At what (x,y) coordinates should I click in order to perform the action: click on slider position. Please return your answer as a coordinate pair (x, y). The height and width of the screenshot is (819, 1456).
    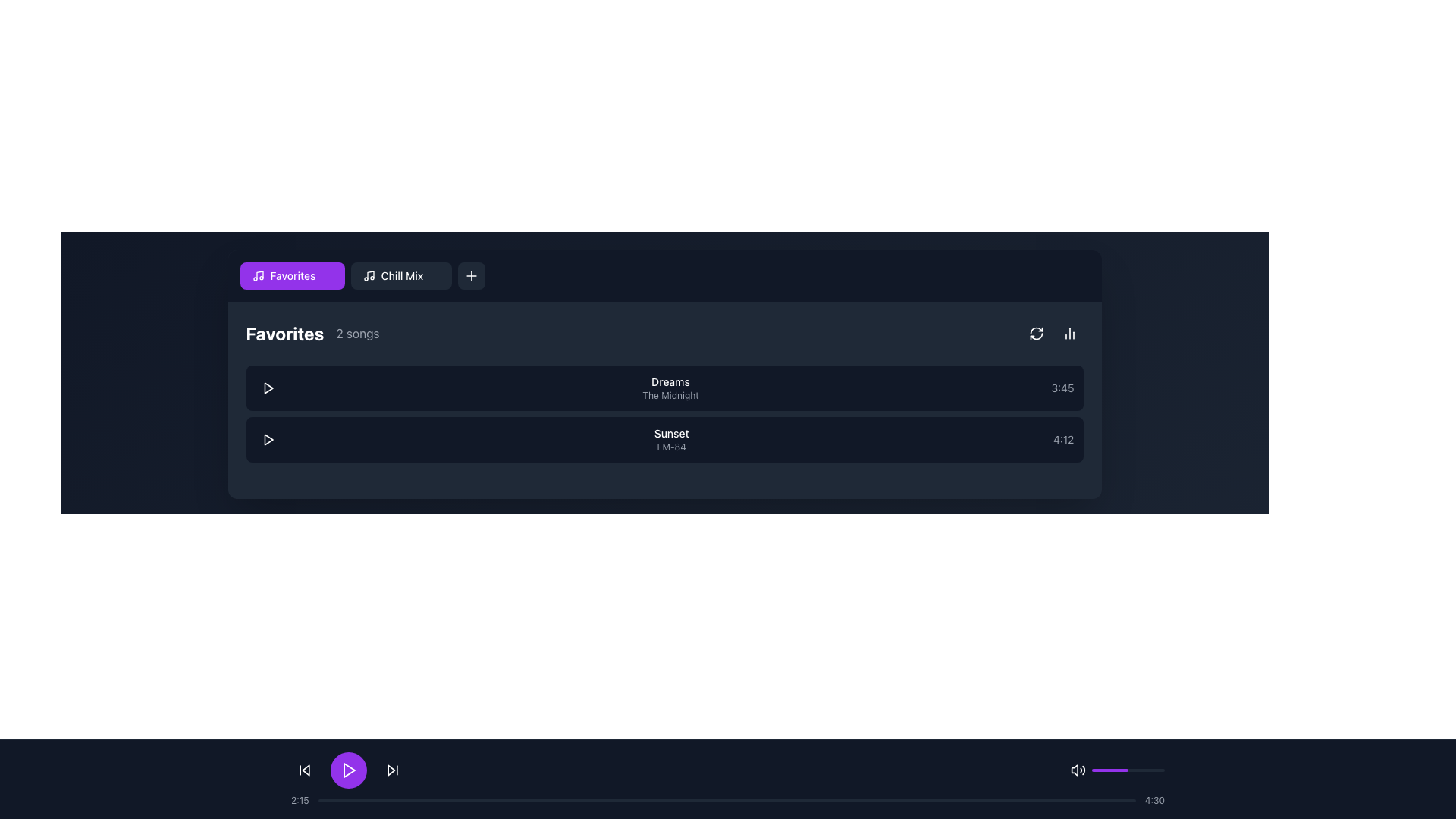
    Looking at the image, I should click on (1105, 770).